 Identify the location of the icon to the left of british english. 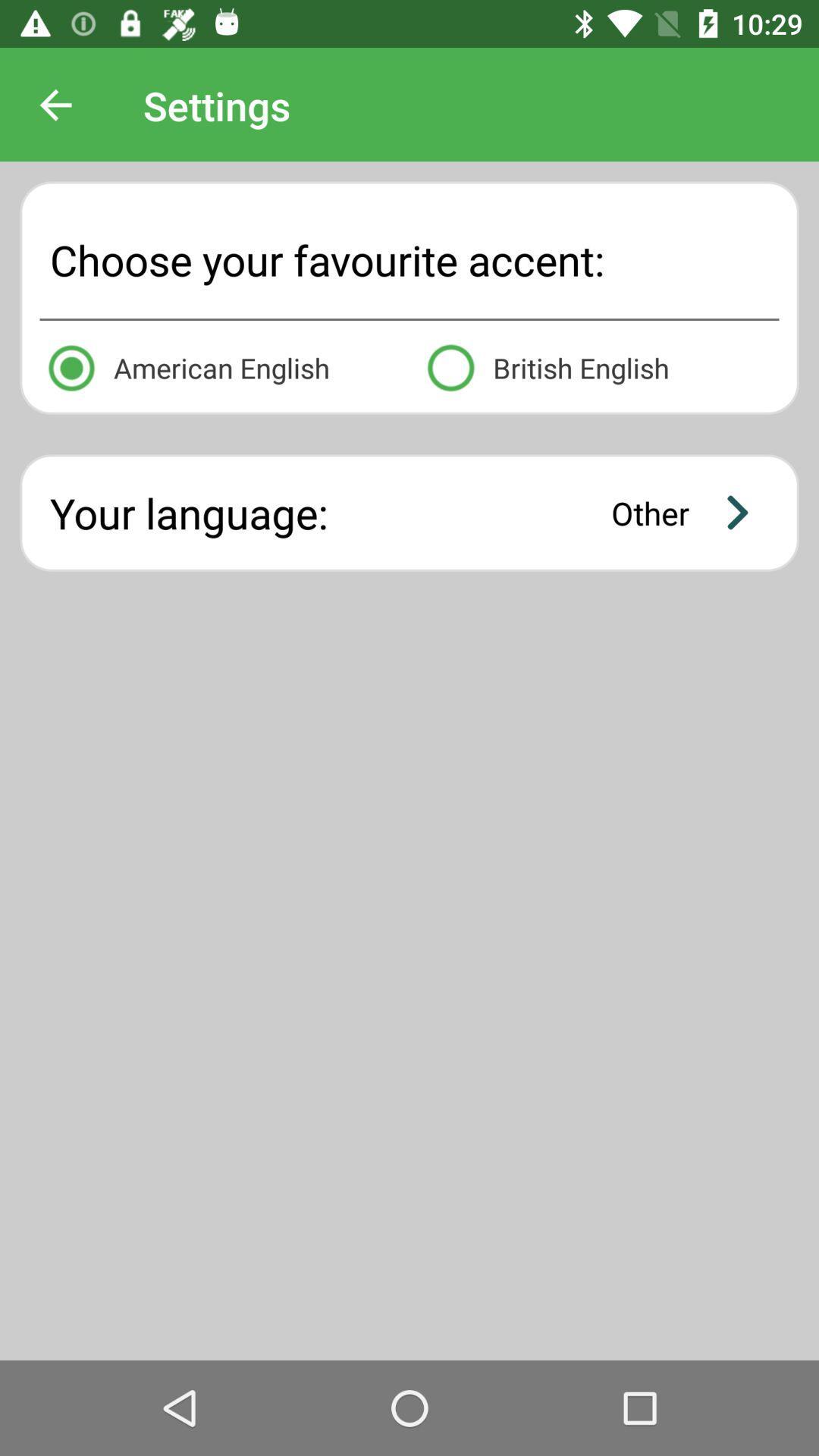
(219, 365).